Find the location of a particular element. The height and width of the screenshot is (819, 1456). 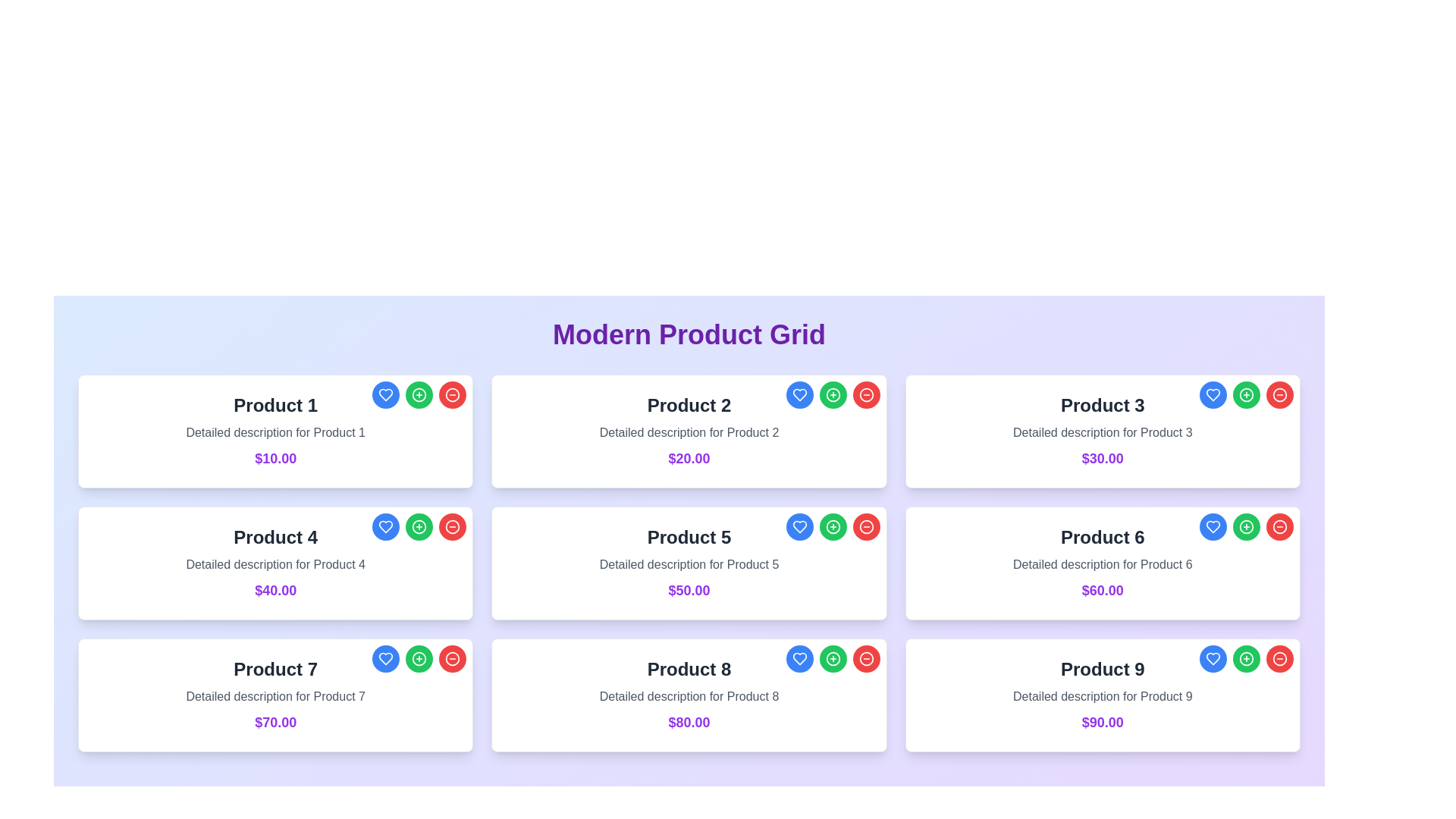

the circular green button with a white plus symbol located at the top right corner of the 'Product 2' card is located at coordinates (832, 394).